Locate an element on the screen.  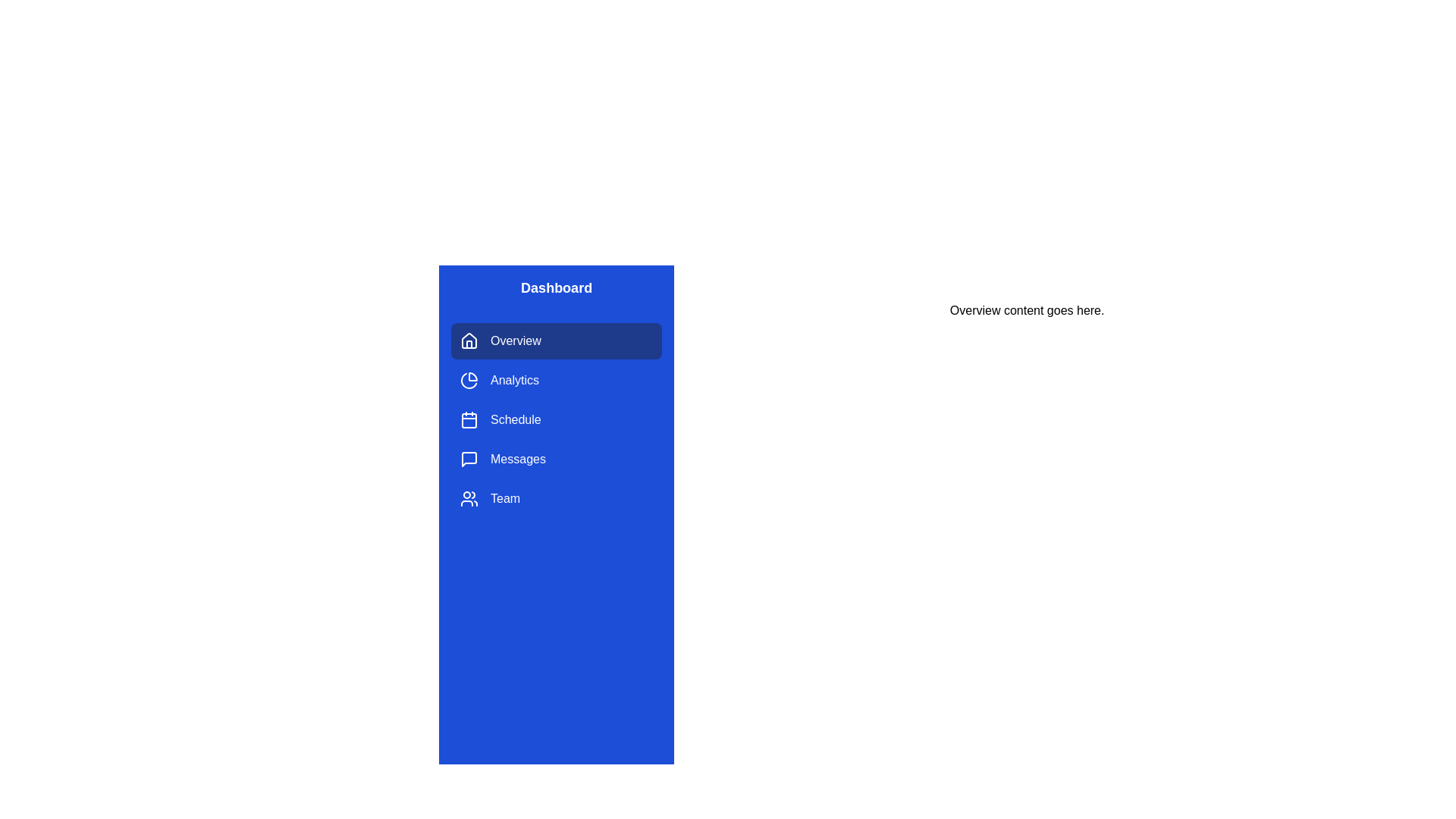
the 'Overview' icon located in the left sidebar of the interface, which serves as a graphical marker for the associated button is located at coordinates (469, 341).